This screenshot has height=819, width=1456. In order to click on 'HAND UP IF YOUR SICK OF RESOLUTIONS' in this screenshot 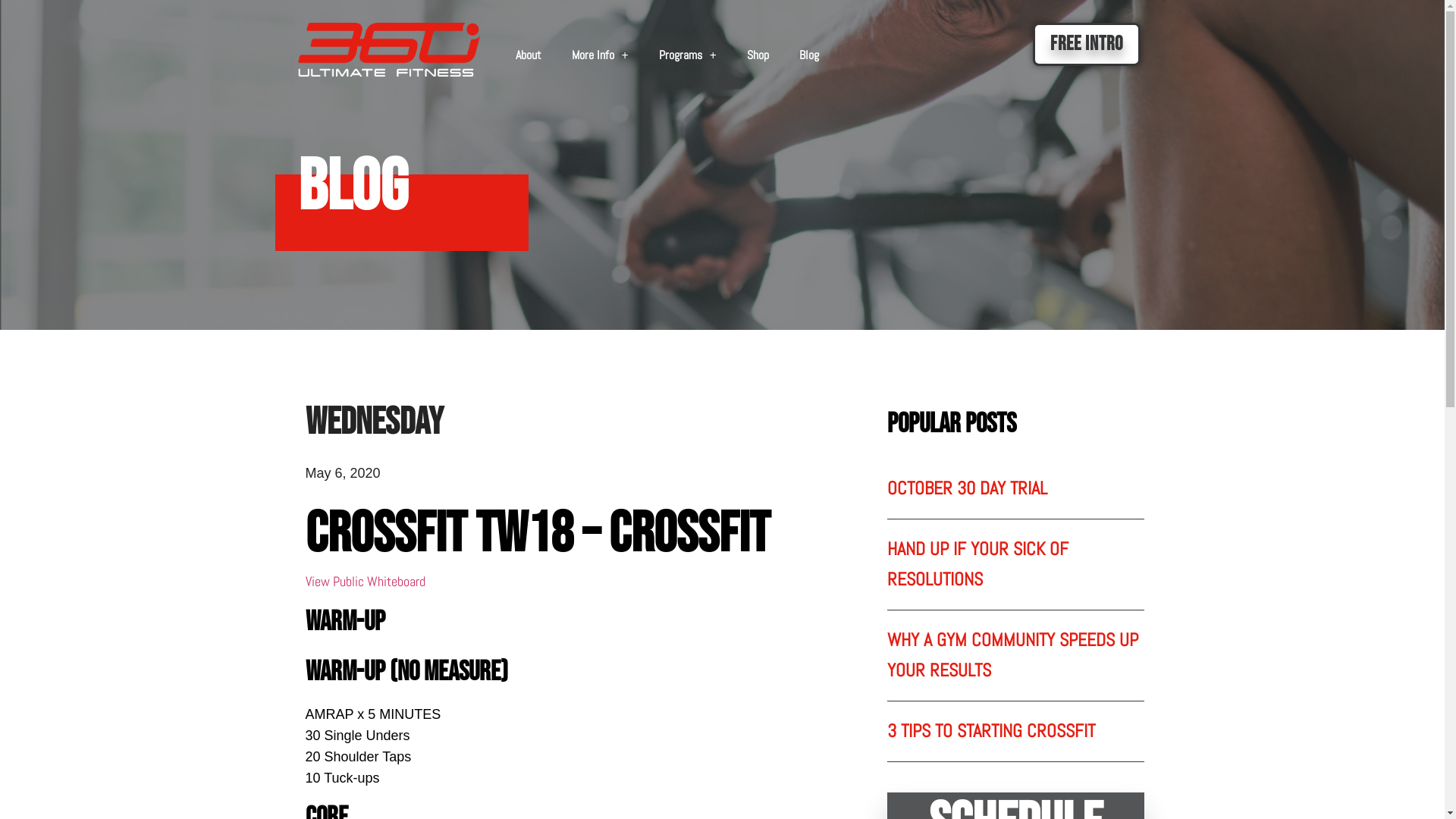, I will do `click(977, 563)`.